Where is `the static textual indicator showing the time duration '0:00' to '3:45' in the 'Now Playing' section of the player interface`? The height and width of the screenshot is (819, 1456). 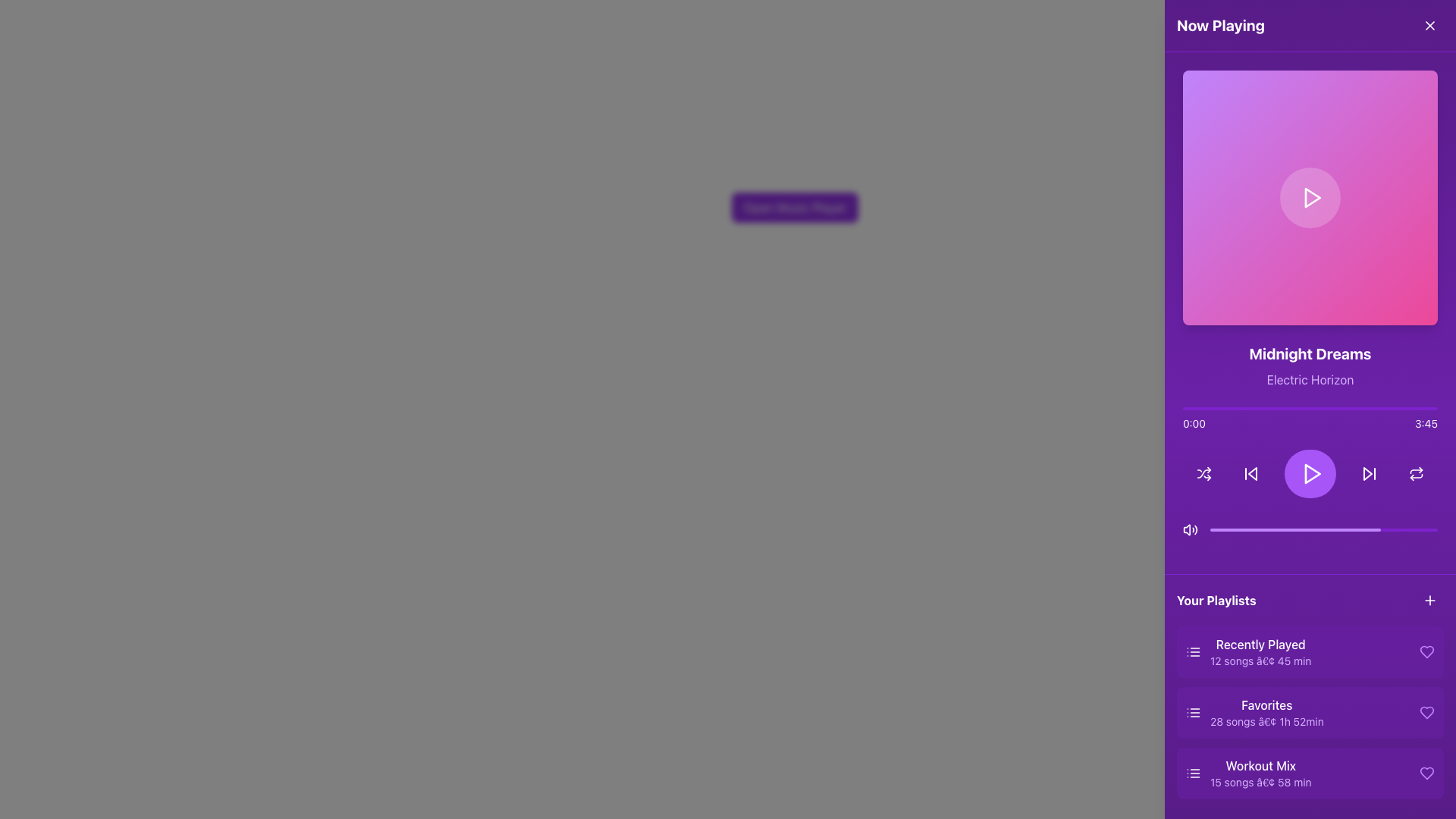
the static textual indicator showing the time duration '0:00' to '3:45' in the 'Now Playing' section of the player interface is located at coordinates (1310, 424).